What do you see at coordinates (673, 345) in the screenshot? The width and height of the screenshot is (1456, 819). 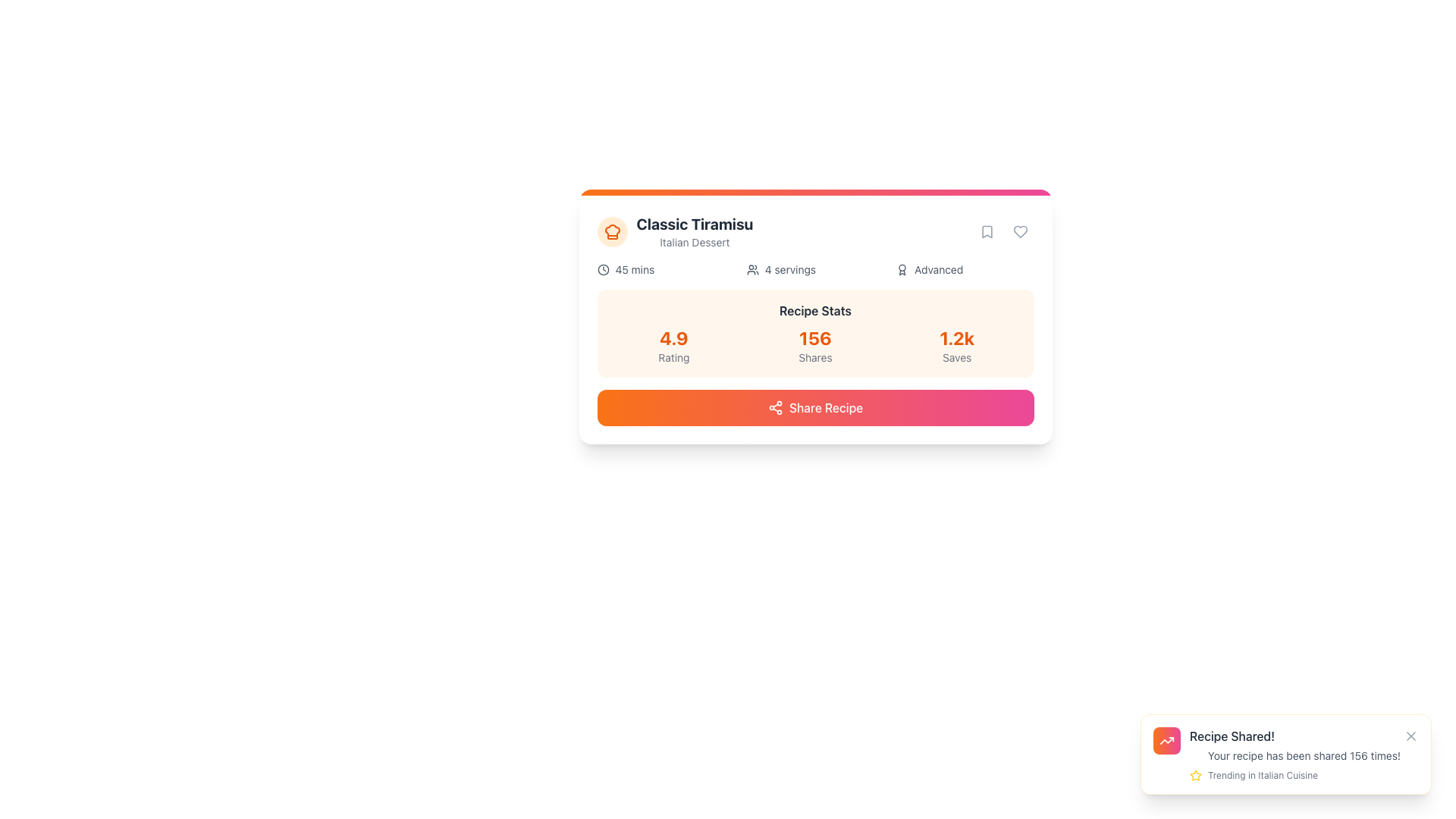 I see `the Text Display showing the rating '4.9' in bold orange font above the word 'Rating' in gray font, located in the 'Recipe Stats' section` at bounding box center [673, 345].